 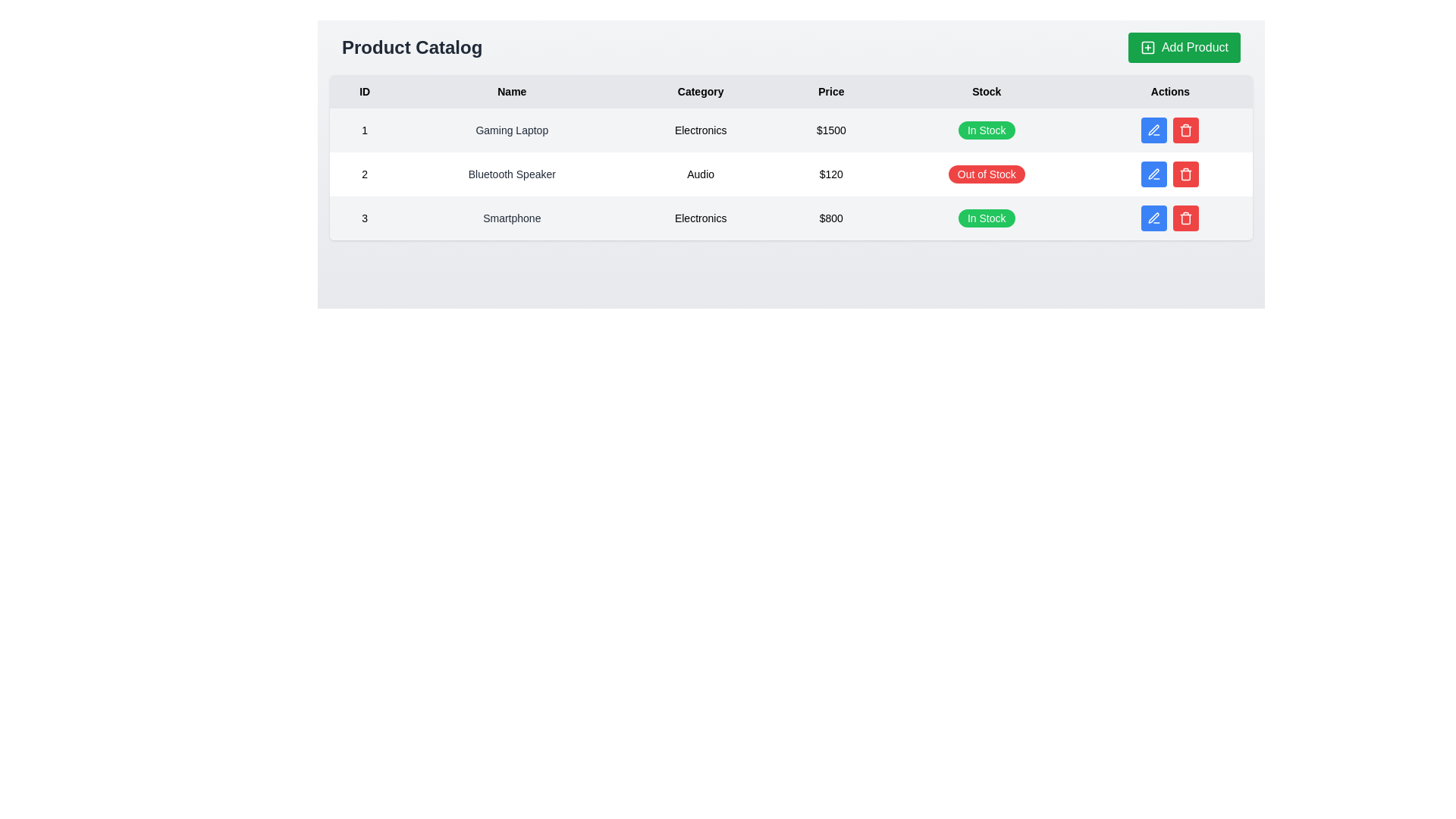 What do you see at coordinates (1183, 46) in the screenshot?
I see `the 'Add Product' button with a green background and white text` at bounding box center [1183, 46].